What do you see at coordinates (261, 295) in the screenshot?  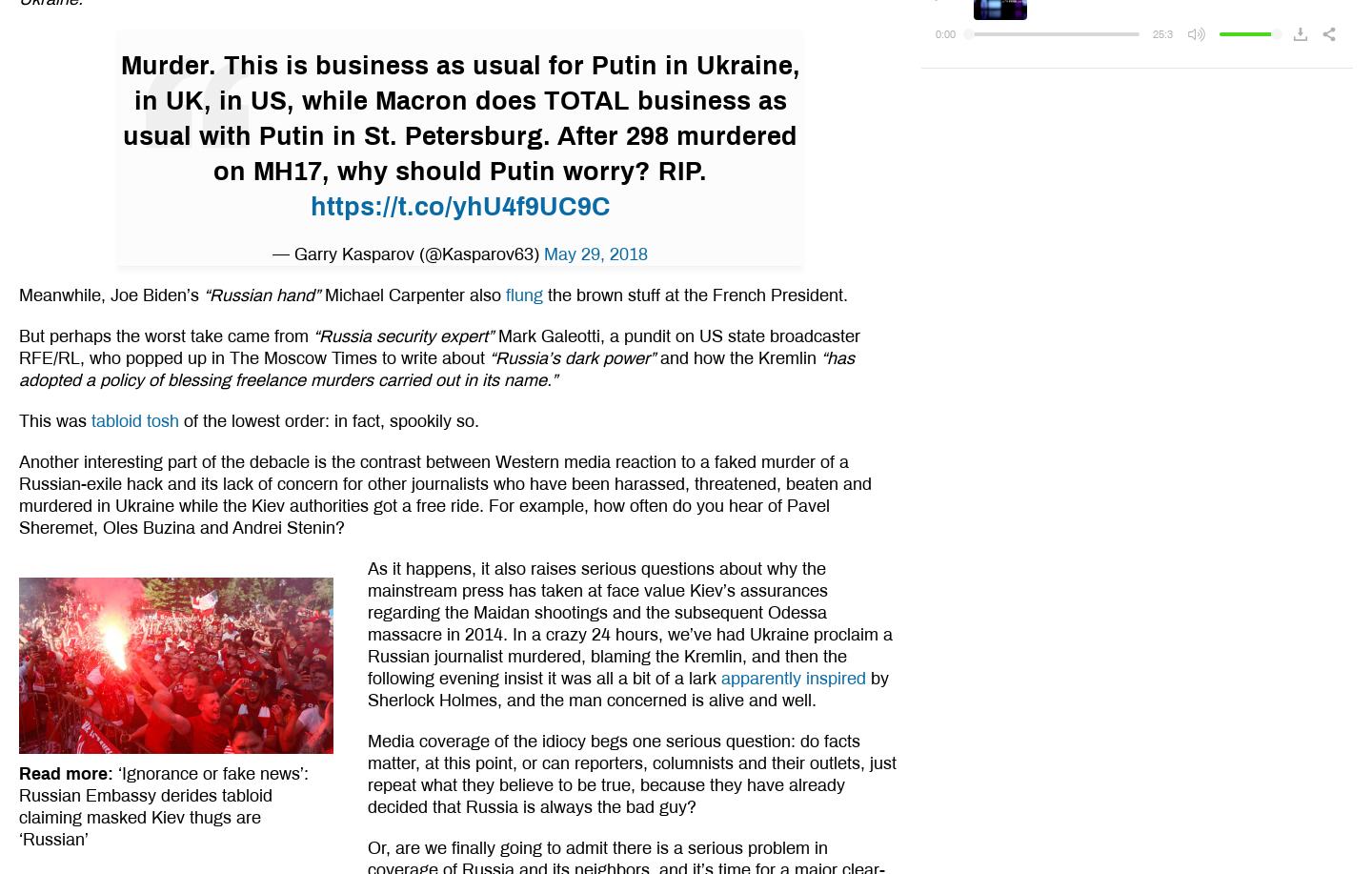 I see `'“Russian hand”'` at bounding box center [261, 295].